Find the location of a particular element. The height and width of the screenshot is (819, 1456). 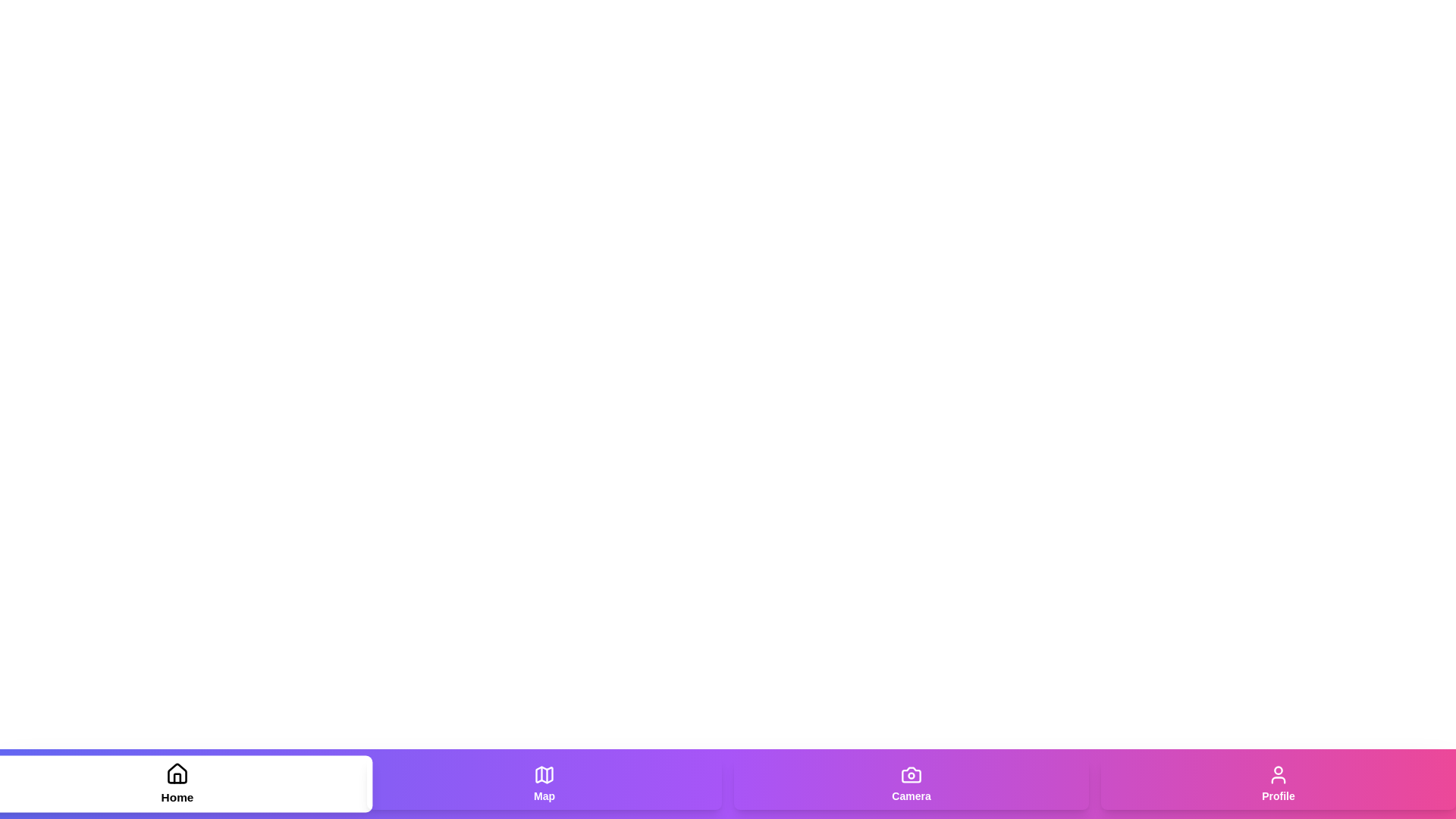

the Map tab to navigate to its section is located at coordinates (544, 783).